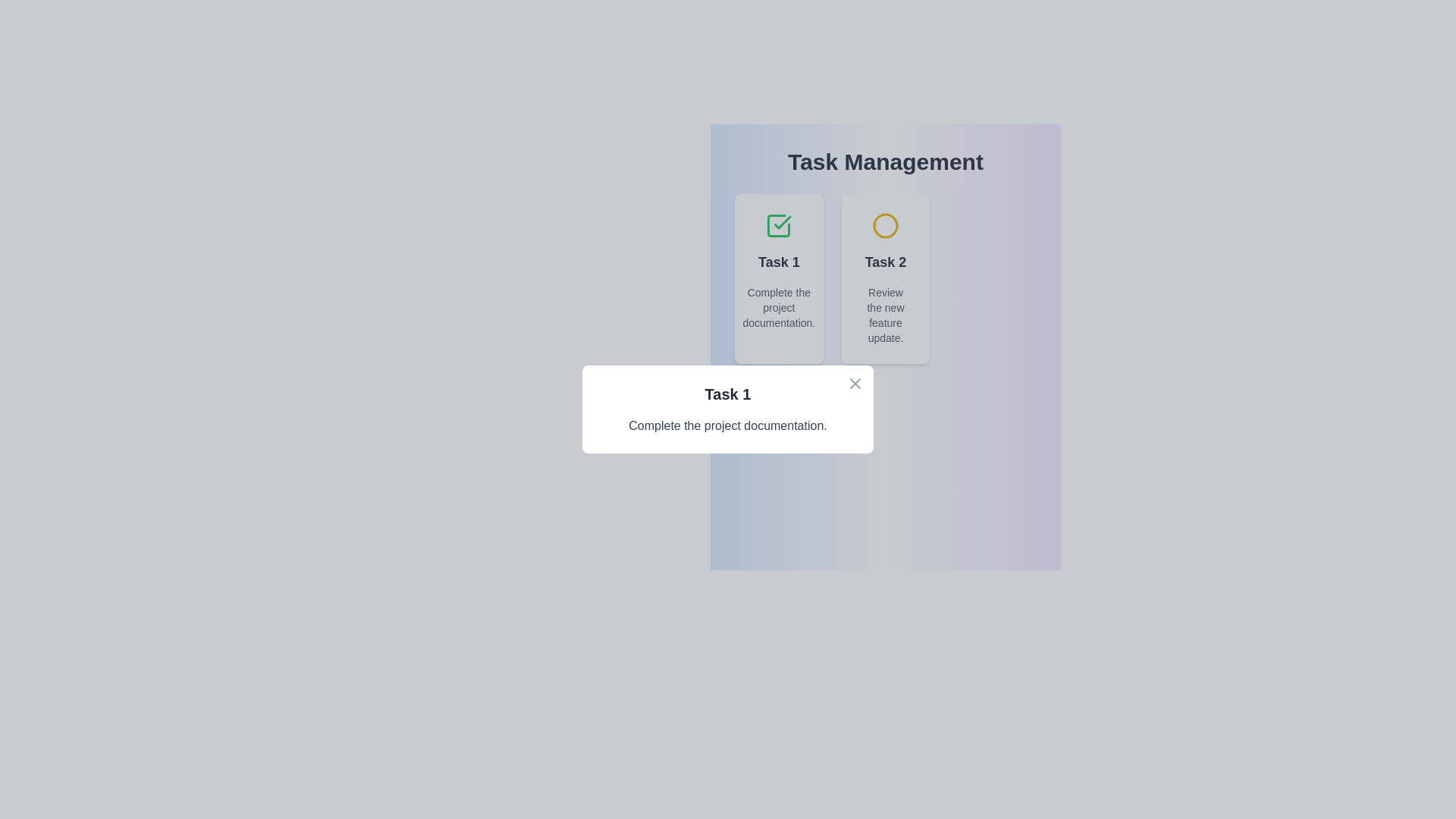 The image size is (1456, 819). Describe the element at coordinates (779, 262) in the screenshot. I see `the text label that serves as the title for the task within the leftmost card under the 'Task Management' section, positioned beneath a green checkmark icon and above the description 'Complete the project documentation.'` at that location.